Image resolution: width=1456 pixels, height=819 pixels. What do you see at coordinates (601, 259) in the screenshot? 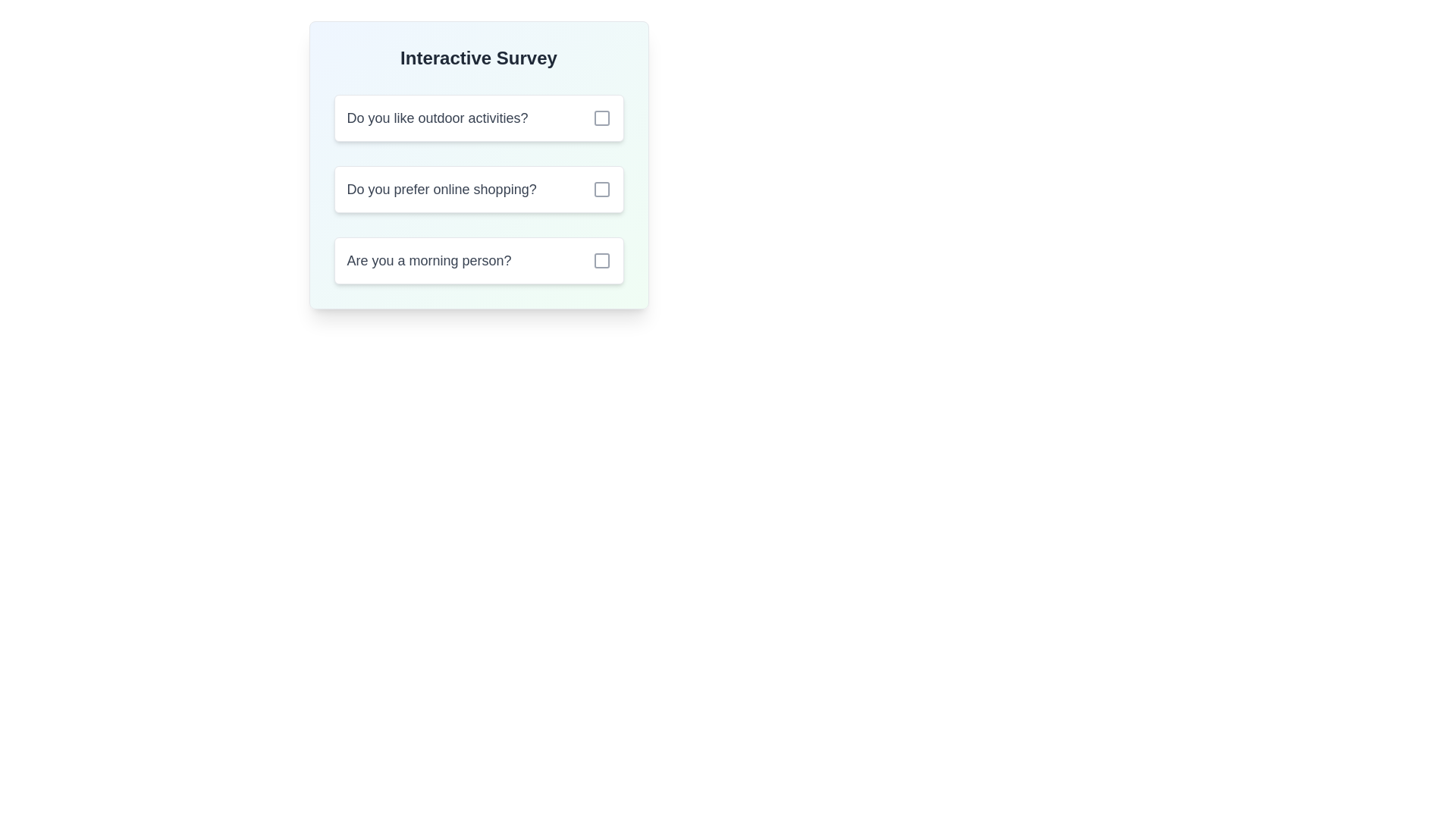
I see `the checkbox for the question 'Are you a morning person?' which is the third checkbox in the vertical list within the survey card` at bounding box center [601, 259].